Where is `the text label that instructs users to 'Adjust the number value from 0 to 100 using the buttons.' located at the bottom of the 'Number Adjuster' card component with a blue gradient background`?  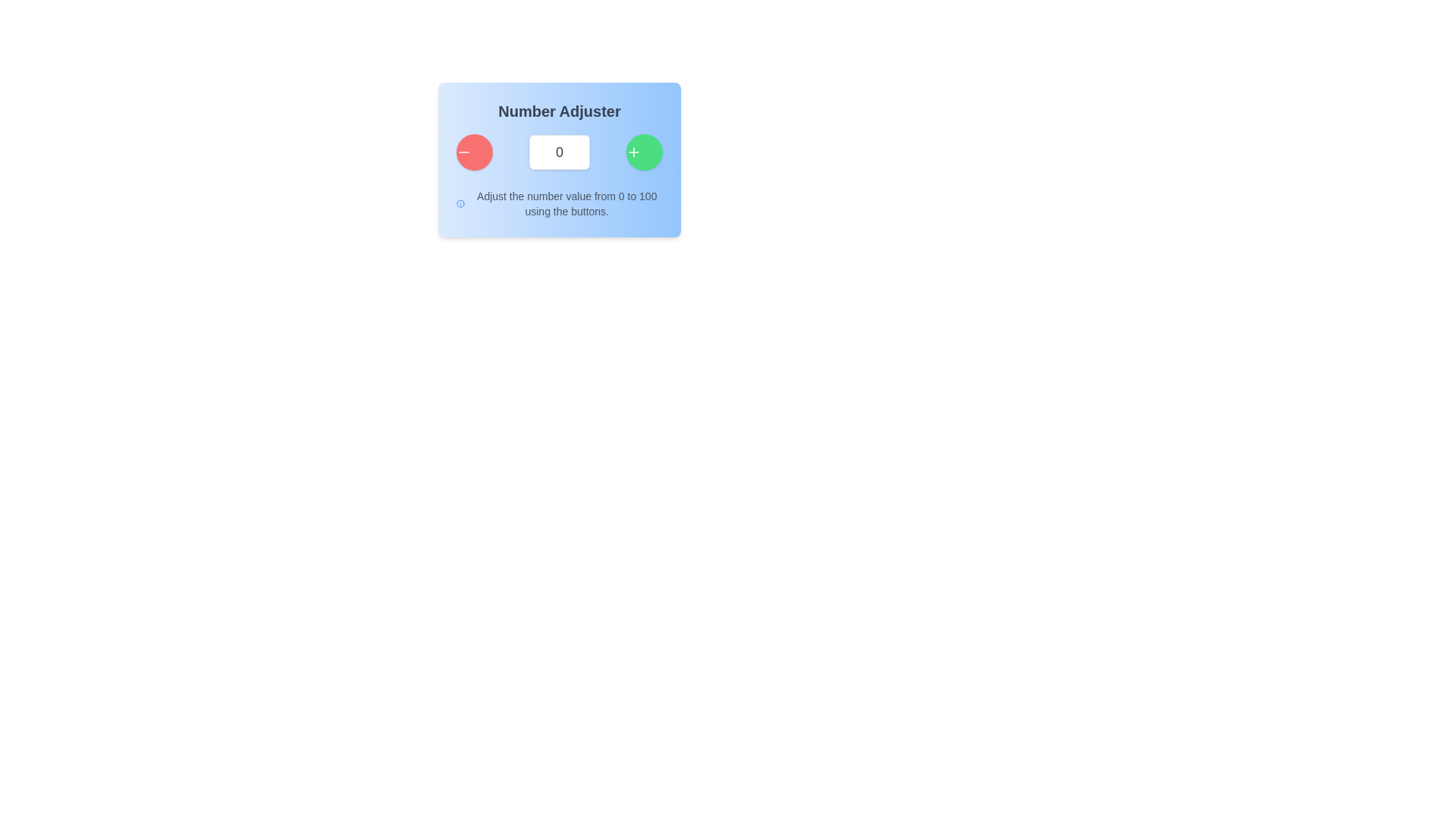
the text label that instructs users to 'Adjust the number value from 0 to 100 using the buttons.' located at the bottom of the 'Number Adjuster' card component with a blue gradient background is located at coordinates (559, 203).